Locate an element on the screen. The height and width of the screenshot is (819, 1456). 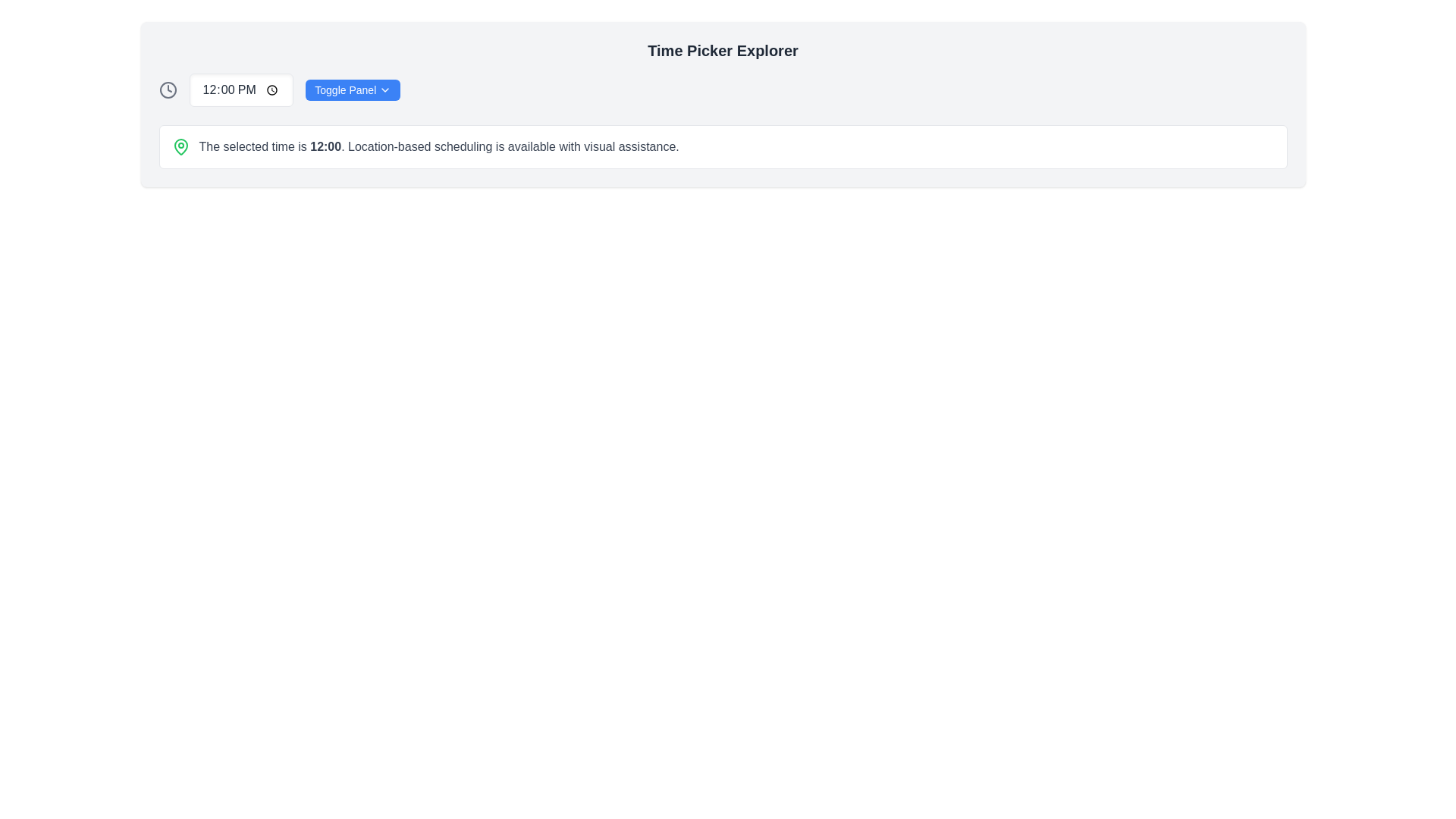
the Text Label that serves as a title or header for the time picking functionality, positioned at the top center above the 'Toggle Panel' button and time display is located at coordinates (722, 49).